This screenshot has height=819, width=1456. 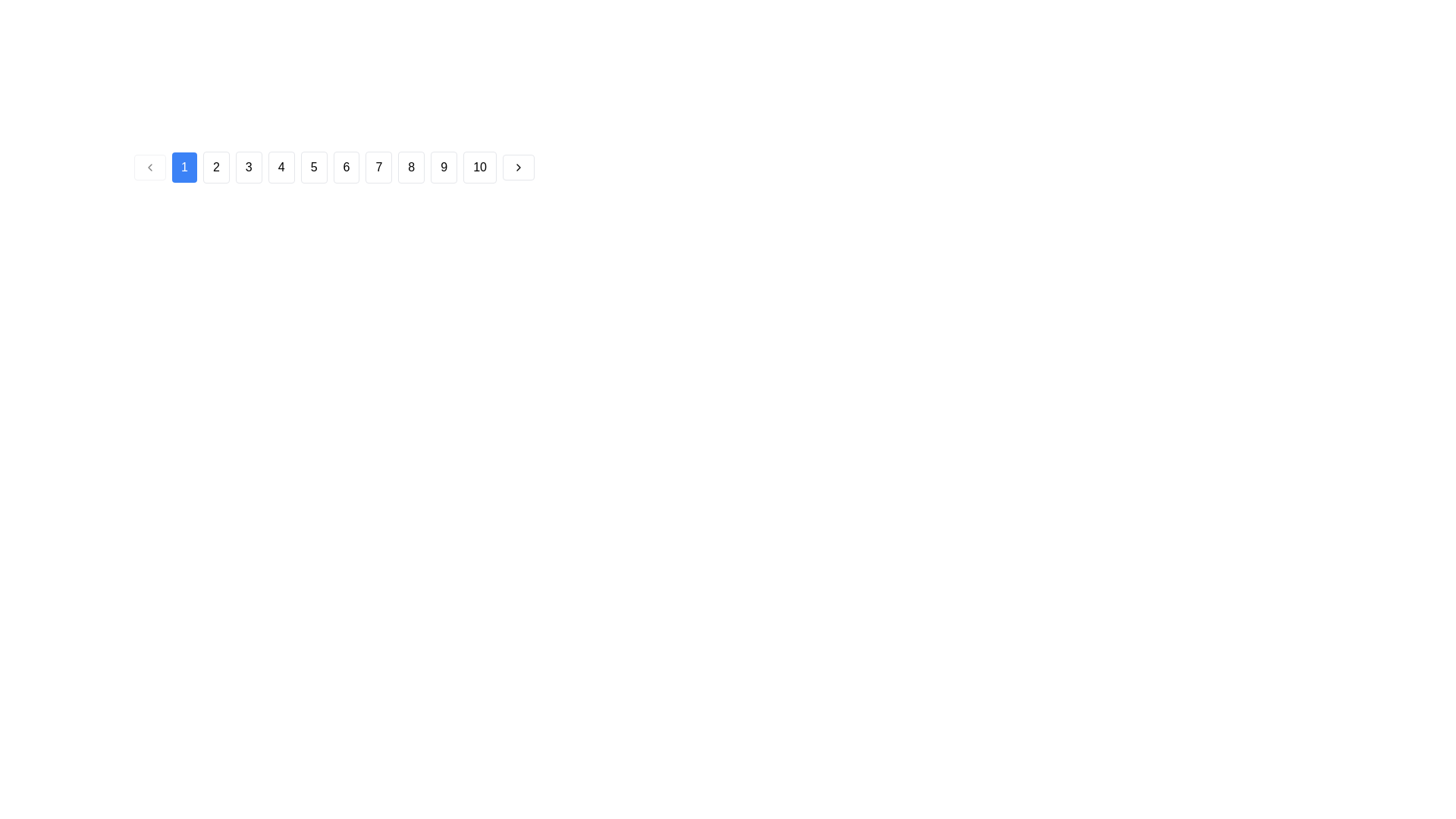 What do you see at coordinates (345, 167) in the screenshot?
I see `the sixth numeric button in the pagination bar to observe any hover effects` at bounding box center [345, 167].